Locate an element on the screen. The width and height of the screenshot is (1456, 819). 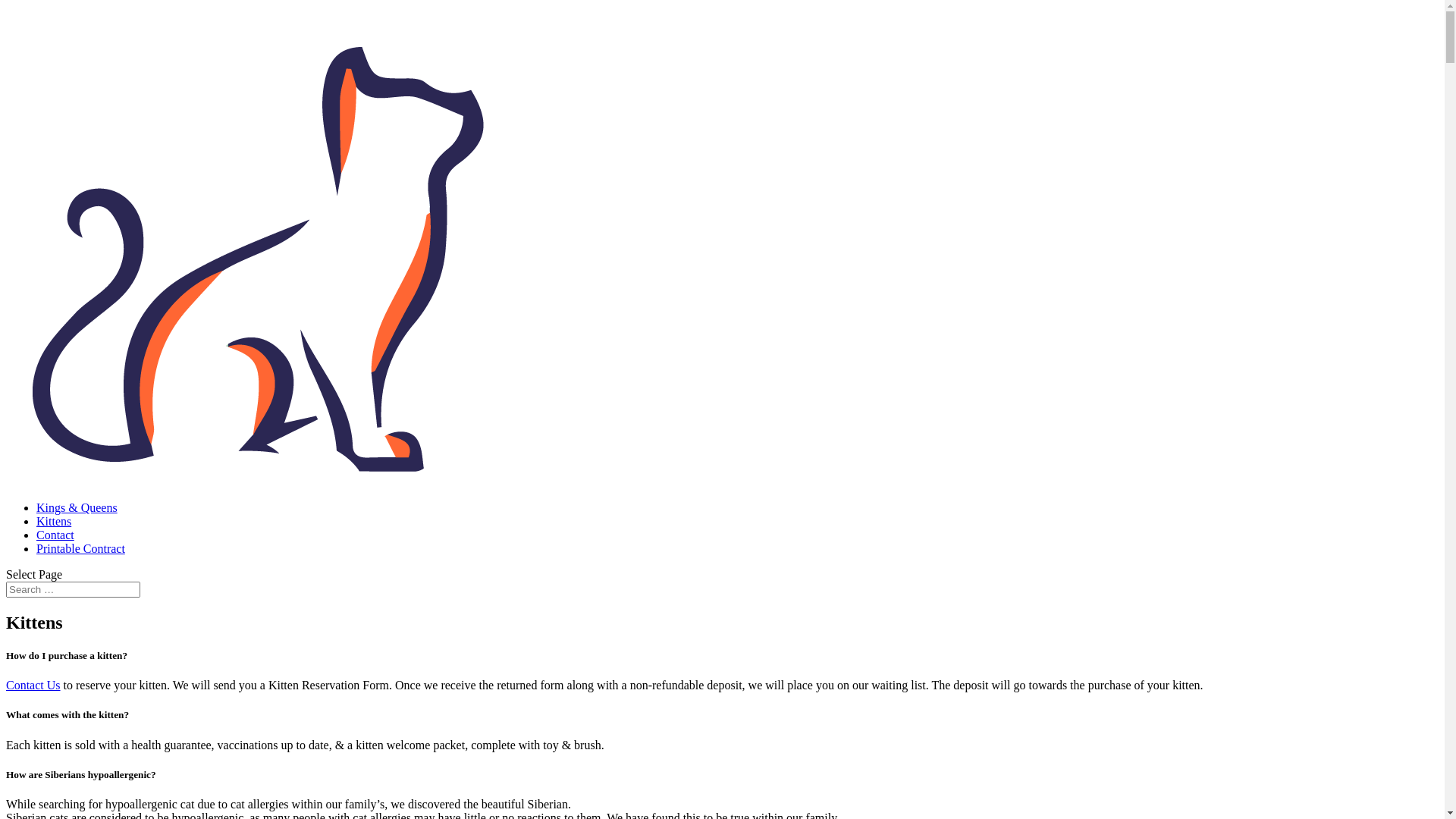
'Kittens' is located at coordinates (36, 520).